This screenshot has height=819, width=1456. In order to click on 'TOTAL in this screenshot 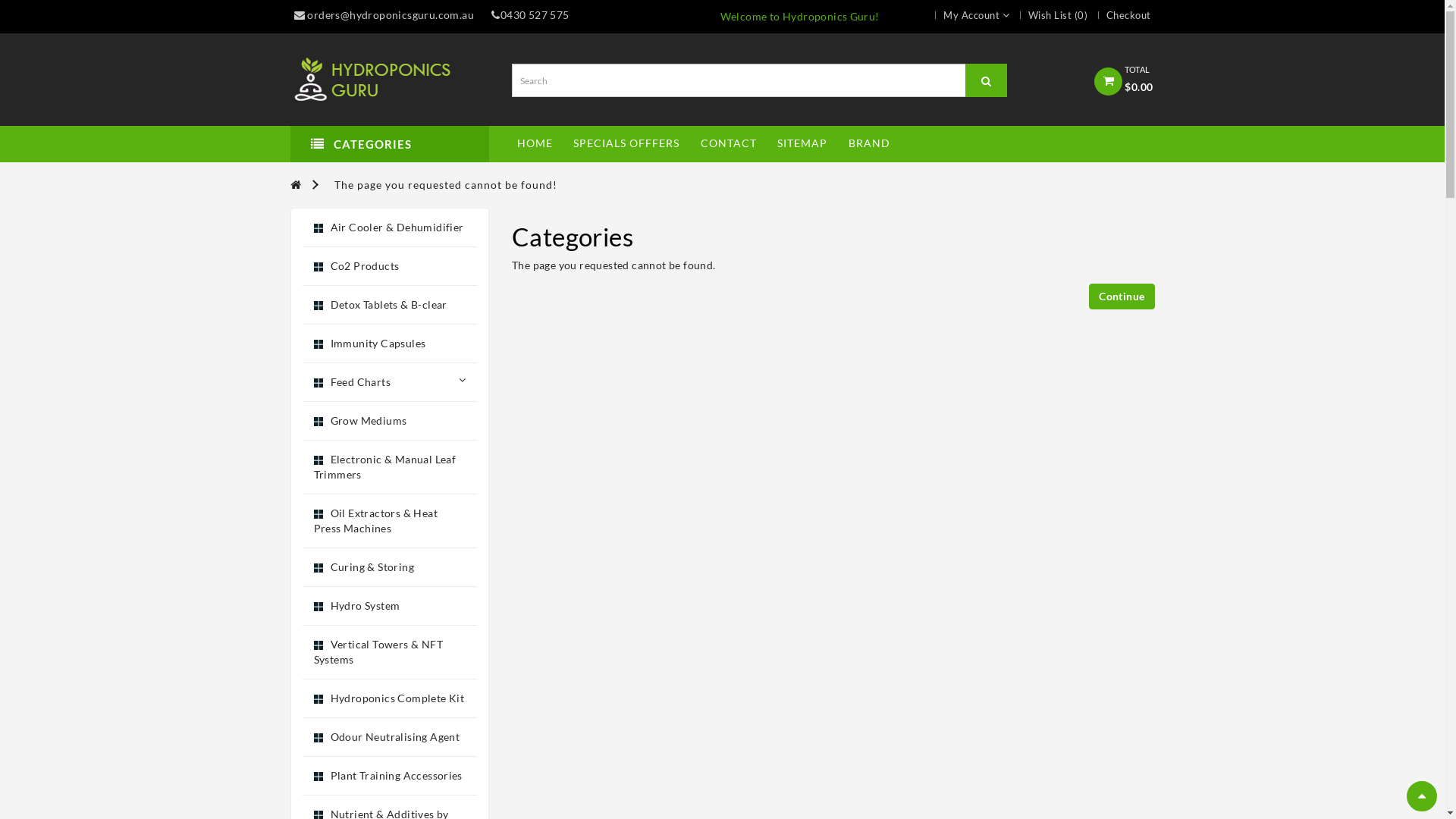, I will do `click(1124, 73)`.